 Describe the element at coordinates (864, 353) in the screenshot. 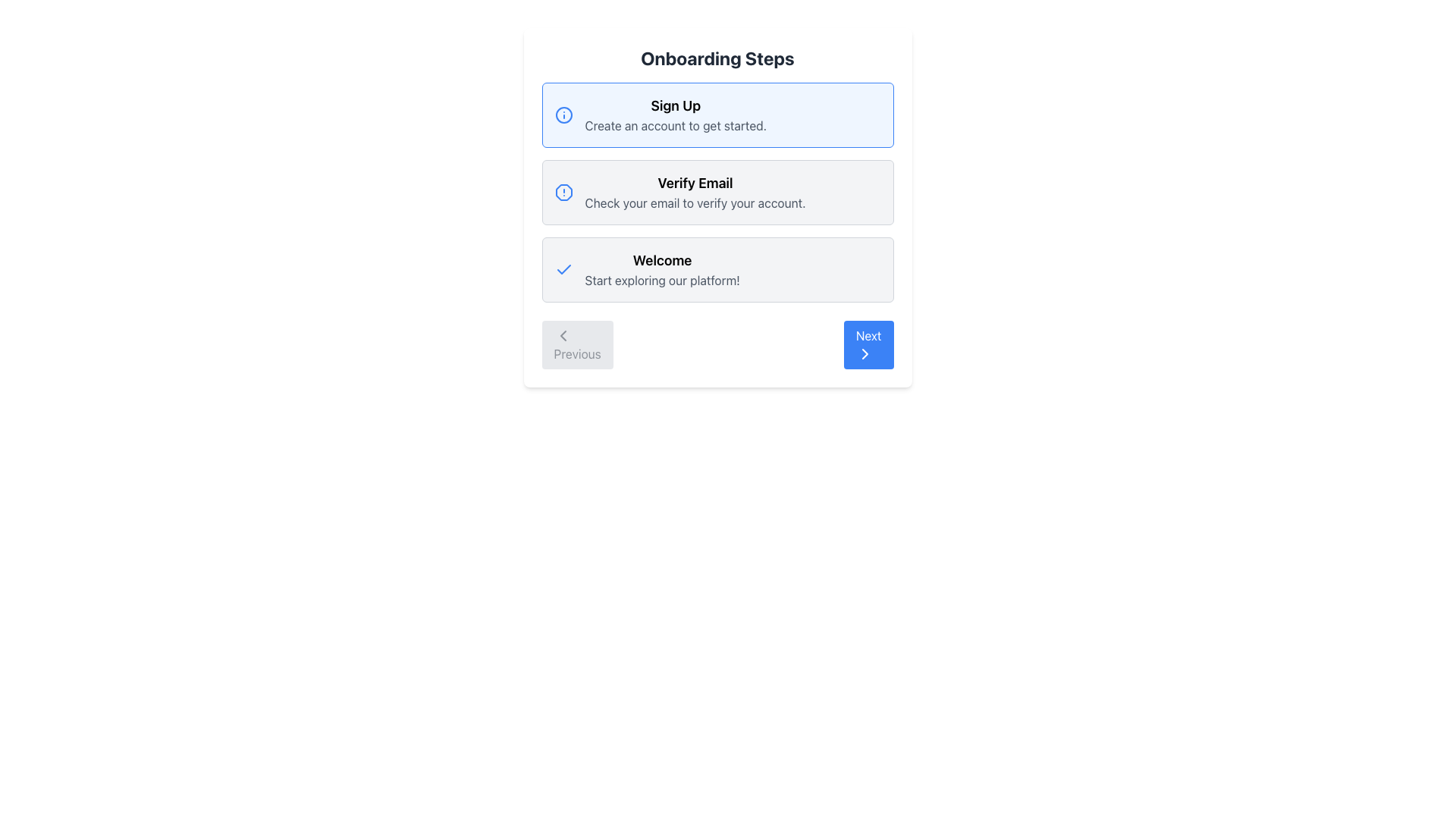

I see `the 'Next' button containing the right chevron arrow icon for keyboard navigation accessibility` at that location.